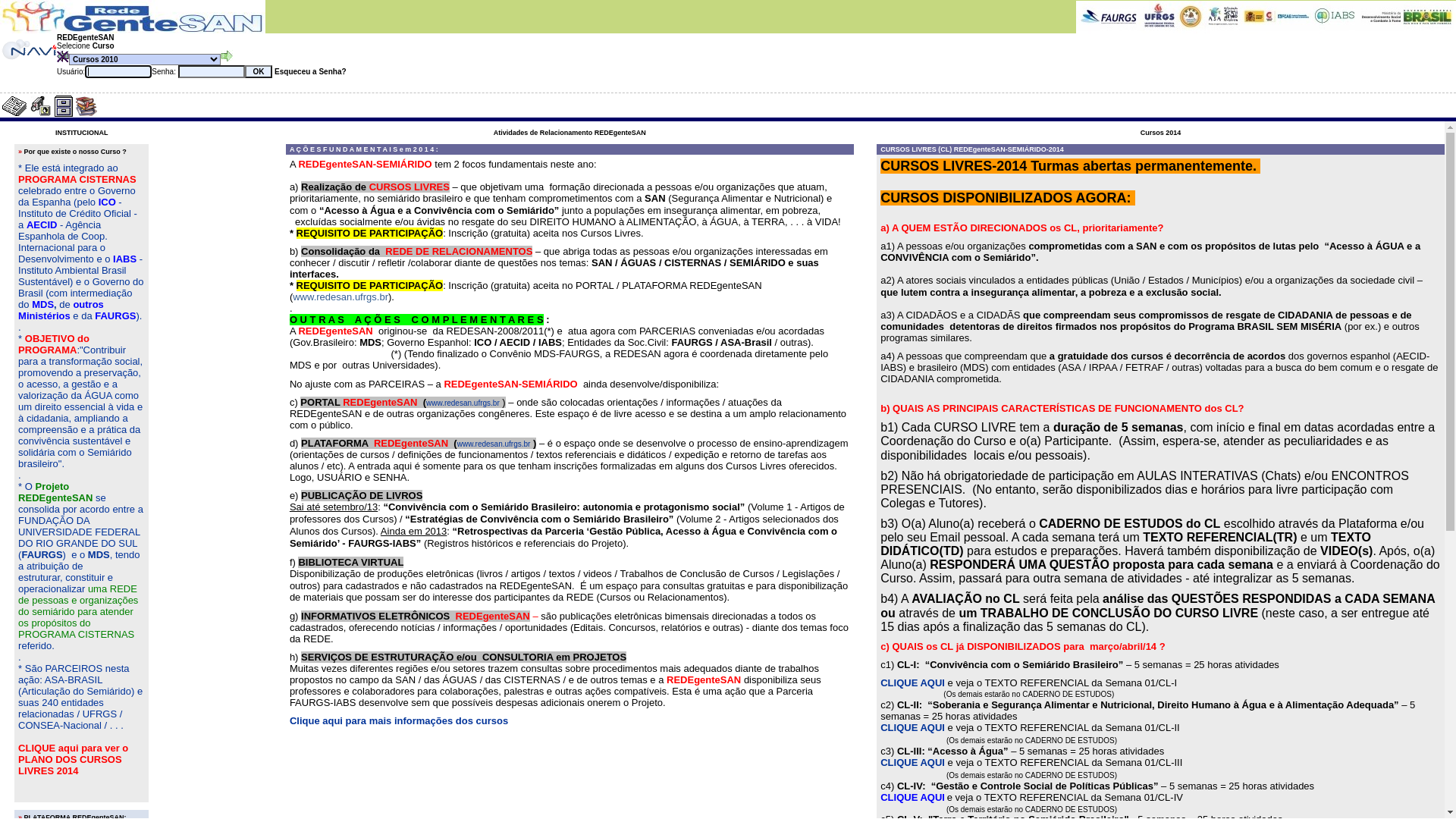 This screenshot has width=1456, height=819. I want to click on 'Esqueceu a Senha?', so click(272, 71).